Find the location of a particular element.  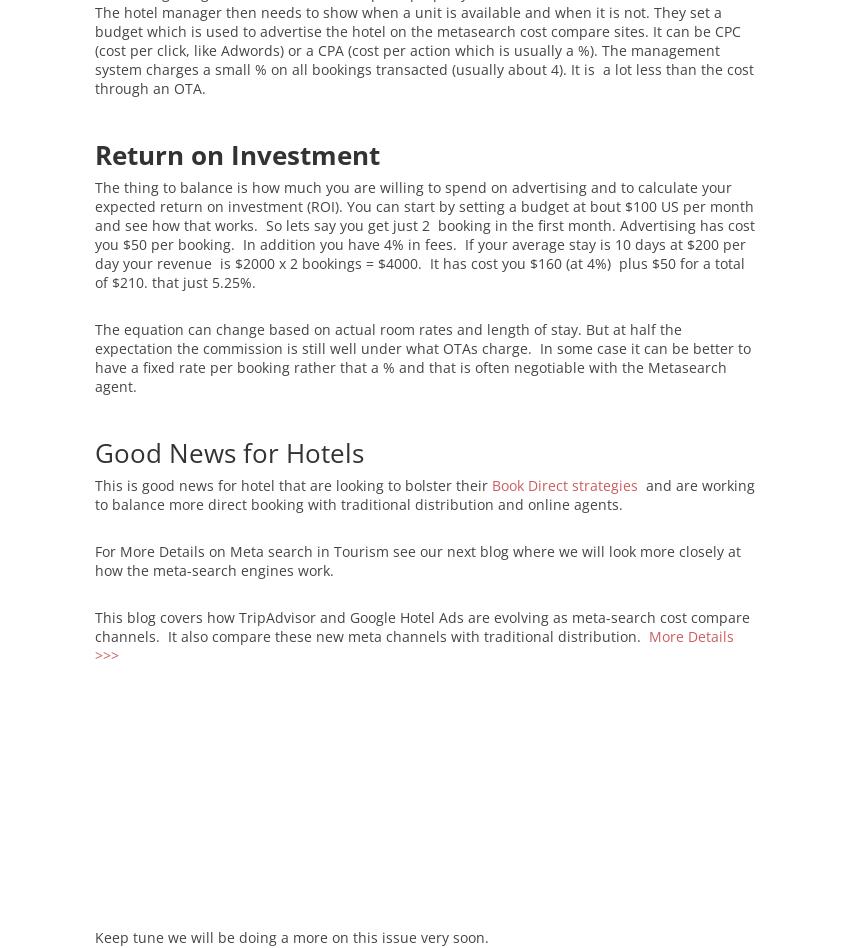

'Return on Investment' is located at coordinates (237, 153).